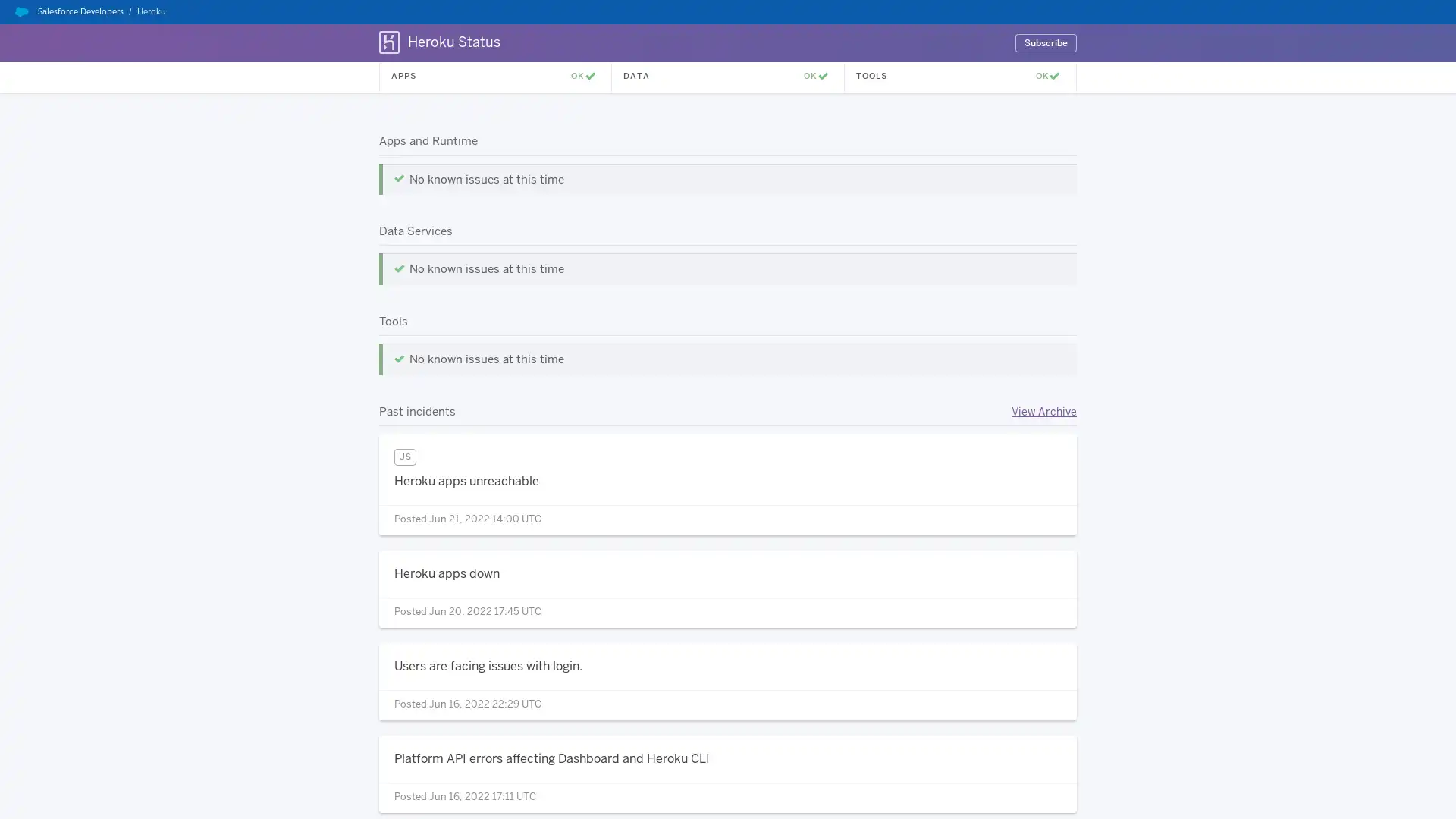  I want to click on Subscribe, so click(1045, 42).